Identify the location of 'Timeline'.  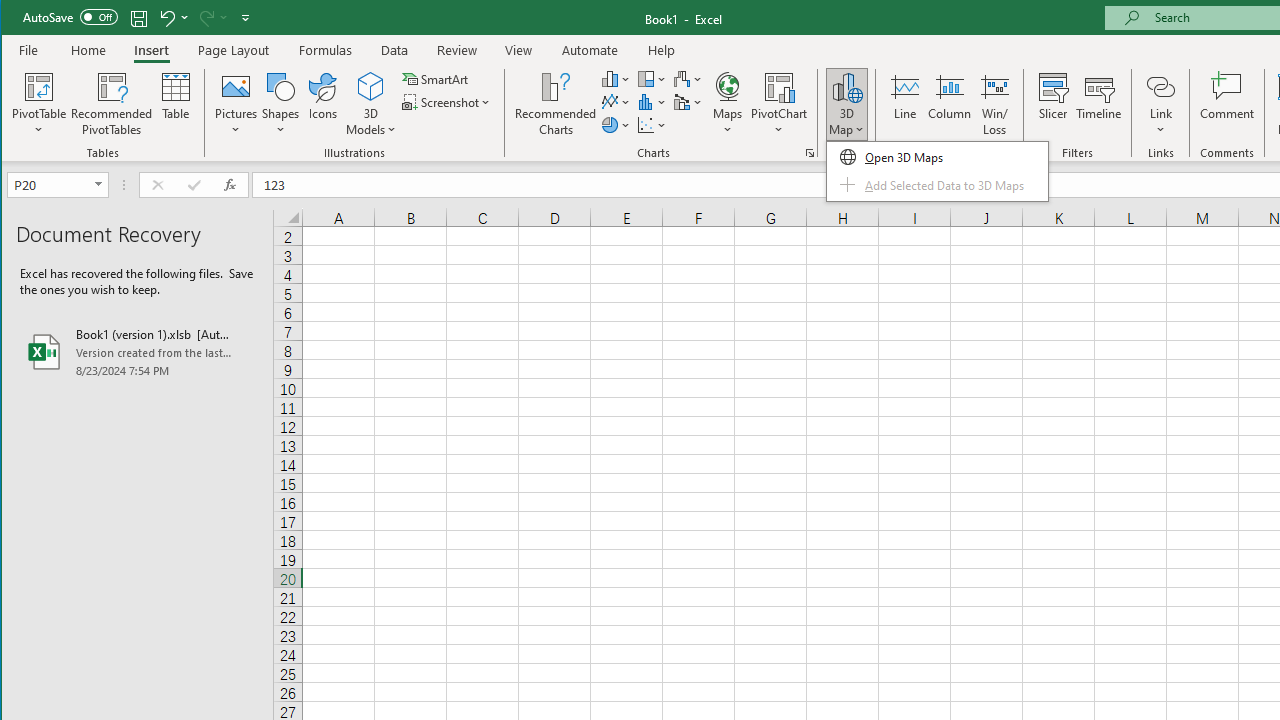
(1097, 104).